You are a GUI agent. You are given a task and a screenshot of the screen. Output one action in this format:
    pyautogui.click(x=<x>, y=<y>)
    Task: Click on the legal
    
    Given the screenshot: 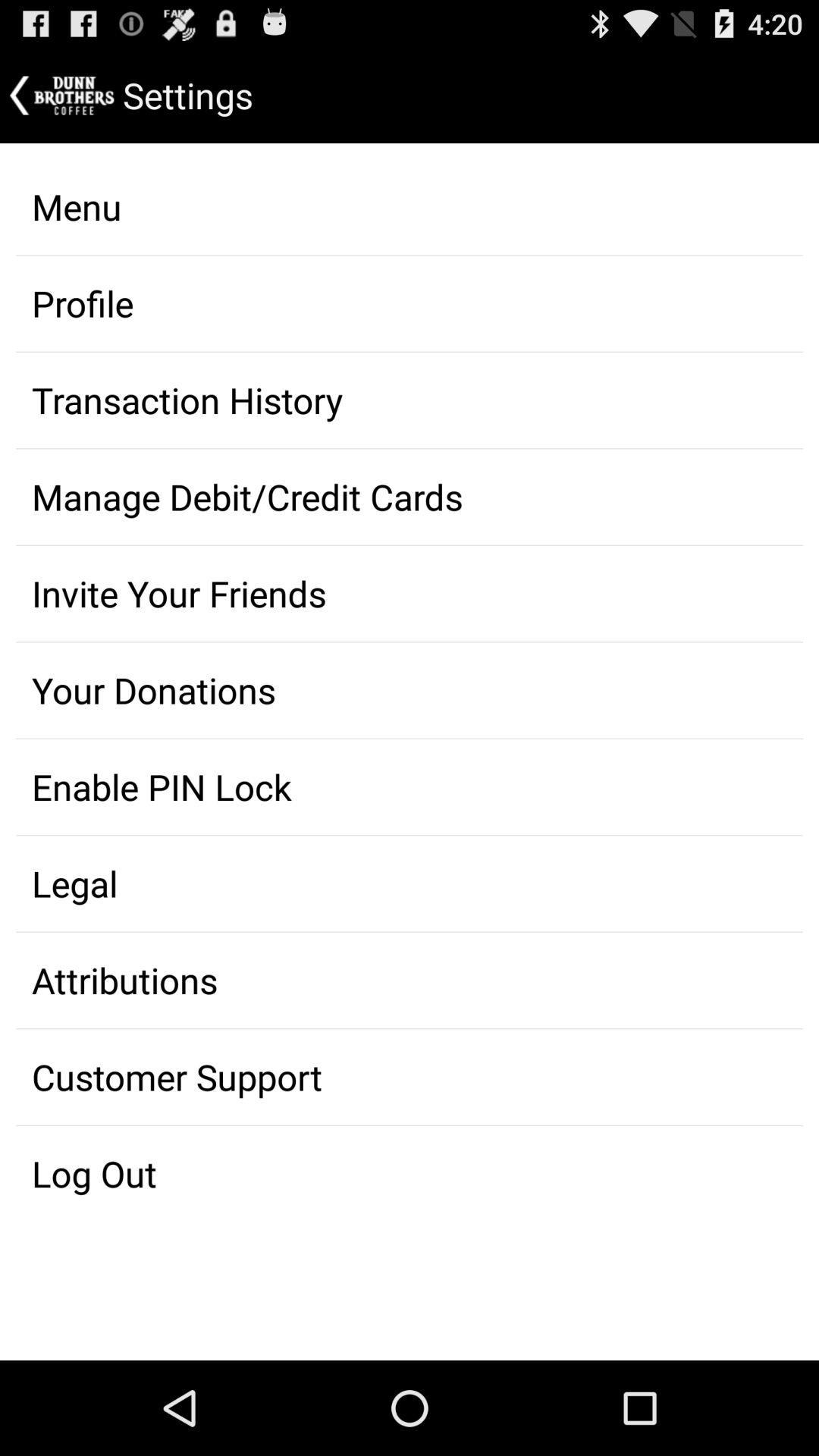 What is the action you would take?
    pyautogui.click(x=409, y=883)
    